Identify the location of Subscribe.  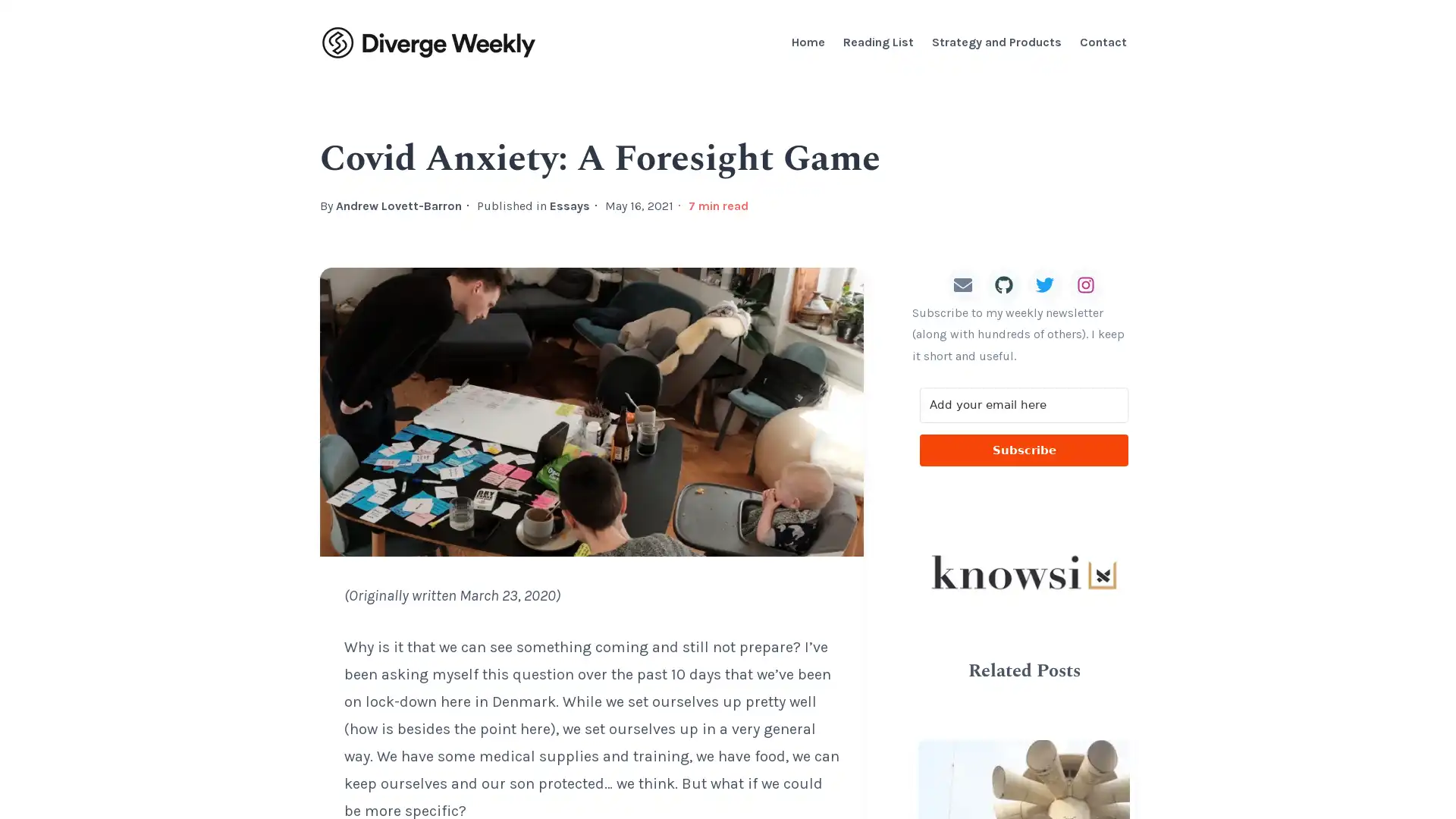
(1024, 450).